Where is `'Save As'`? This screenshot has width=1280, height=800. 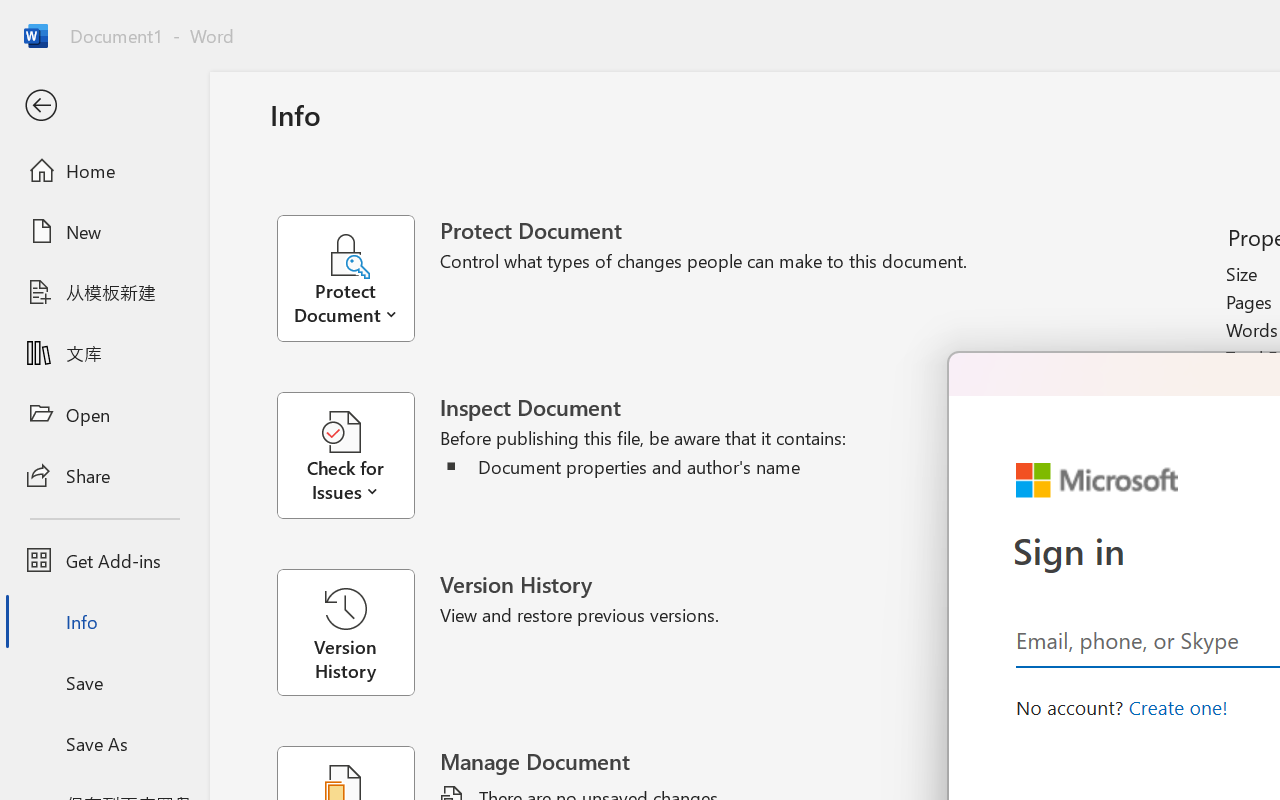
'Save As' is located at coordinates (103, 743).